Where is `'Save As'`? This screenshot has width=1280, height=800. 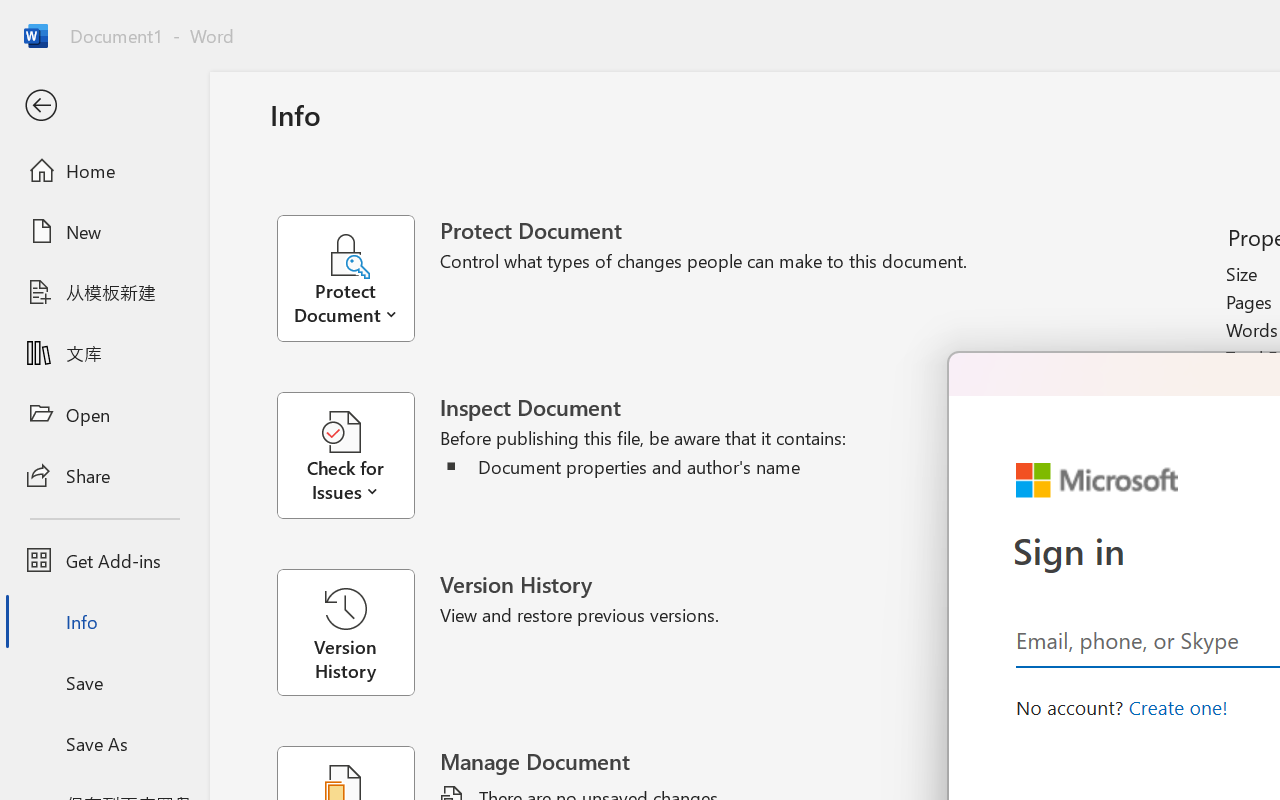
'Save As' is located at coordinates (103, 743).